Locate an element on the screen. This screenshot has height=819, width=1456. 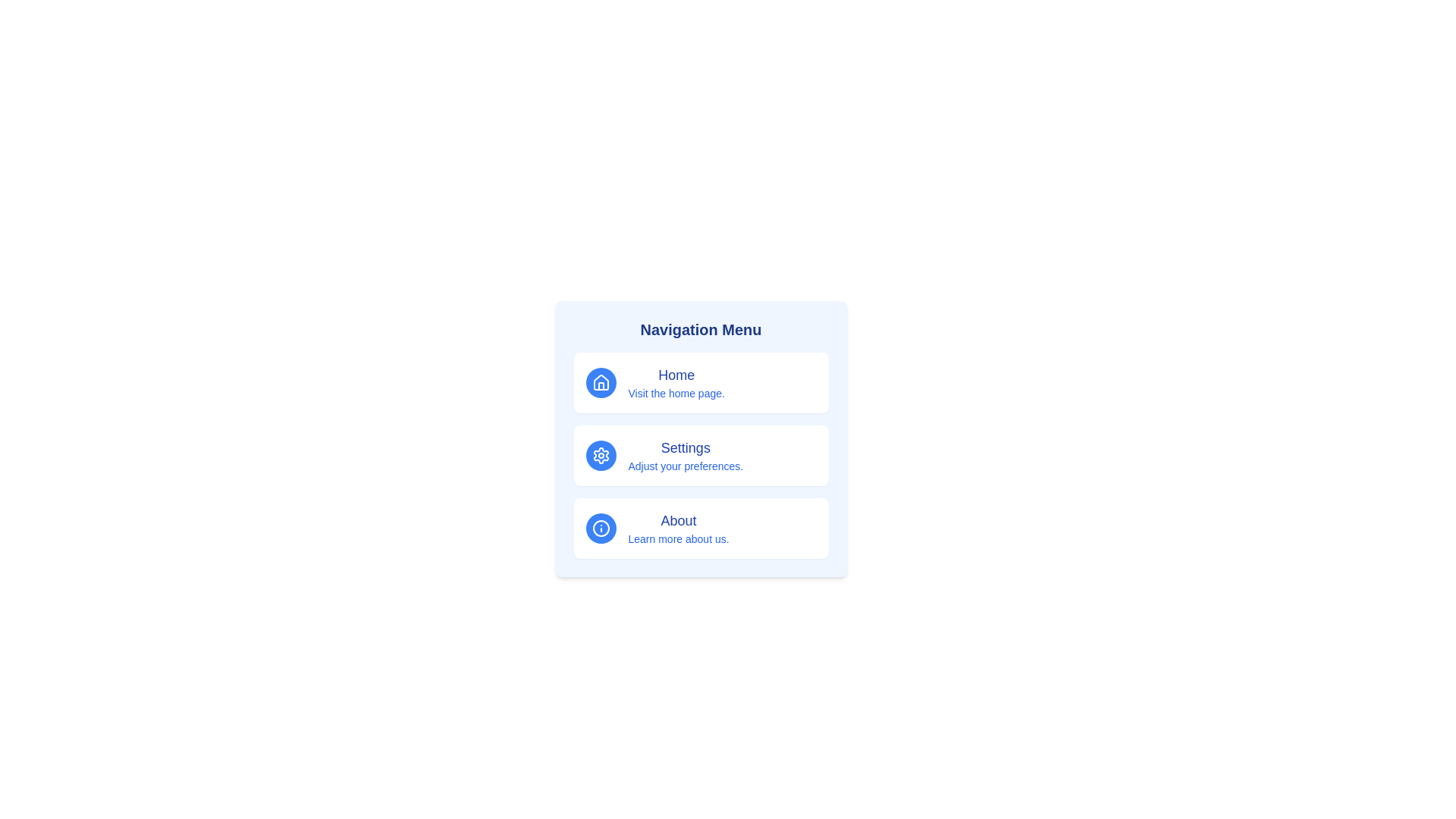
the text label that reads 'Visit the home page.' which is styled in smaller blue text and positioned beneath the 'Home' text in the navigation menu is located at coordinates (676, 393).